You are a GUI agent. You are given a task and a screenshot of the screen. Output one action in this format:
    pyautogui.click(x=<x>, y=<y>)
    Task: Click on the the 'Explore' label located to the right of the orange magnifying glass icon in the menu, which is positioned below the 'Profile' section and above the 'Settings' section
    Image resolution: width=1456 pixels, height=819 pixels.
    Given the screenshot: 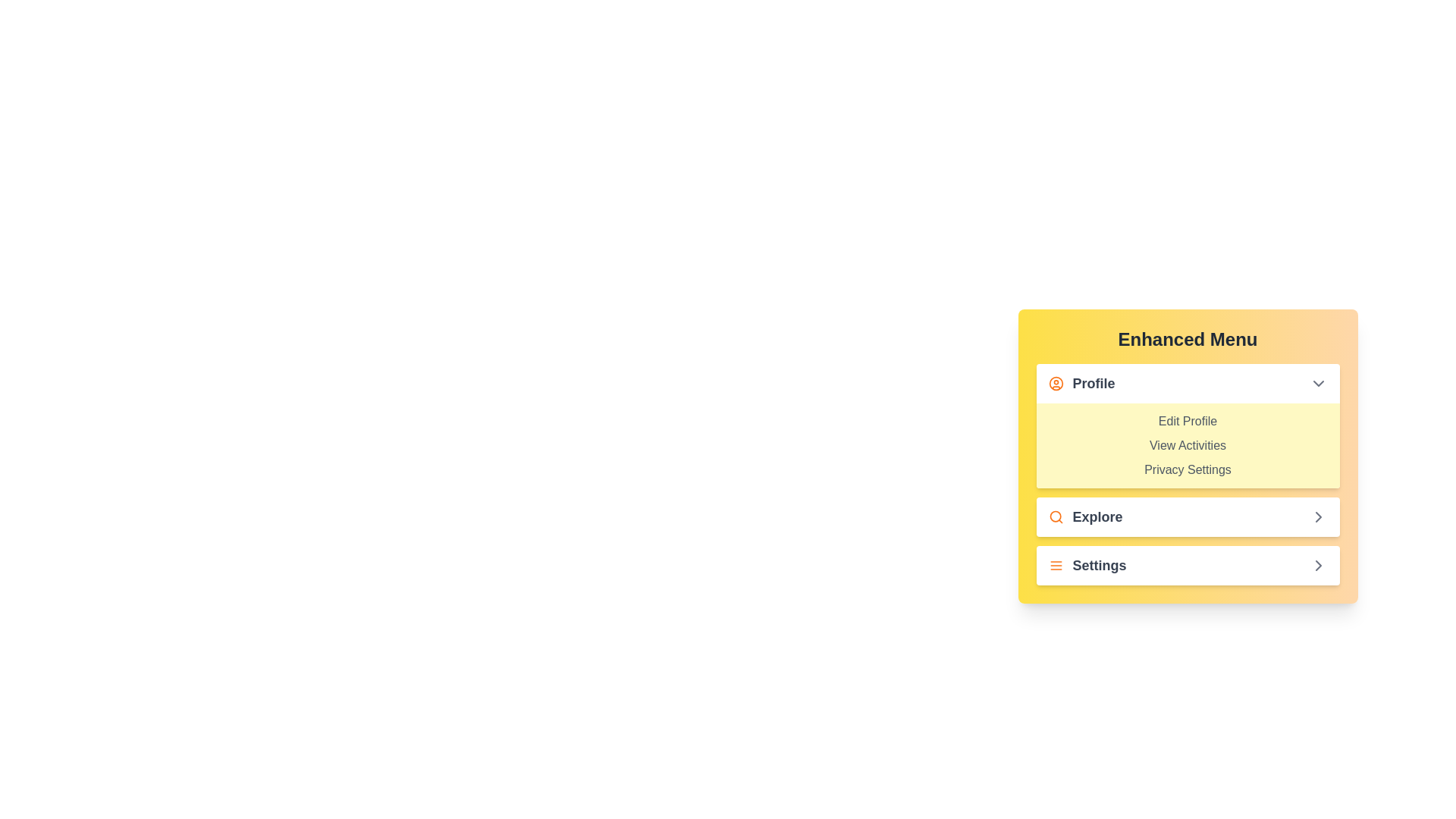 What is the action you would take?
    pyautogui.click(x=1097, y=516)
    